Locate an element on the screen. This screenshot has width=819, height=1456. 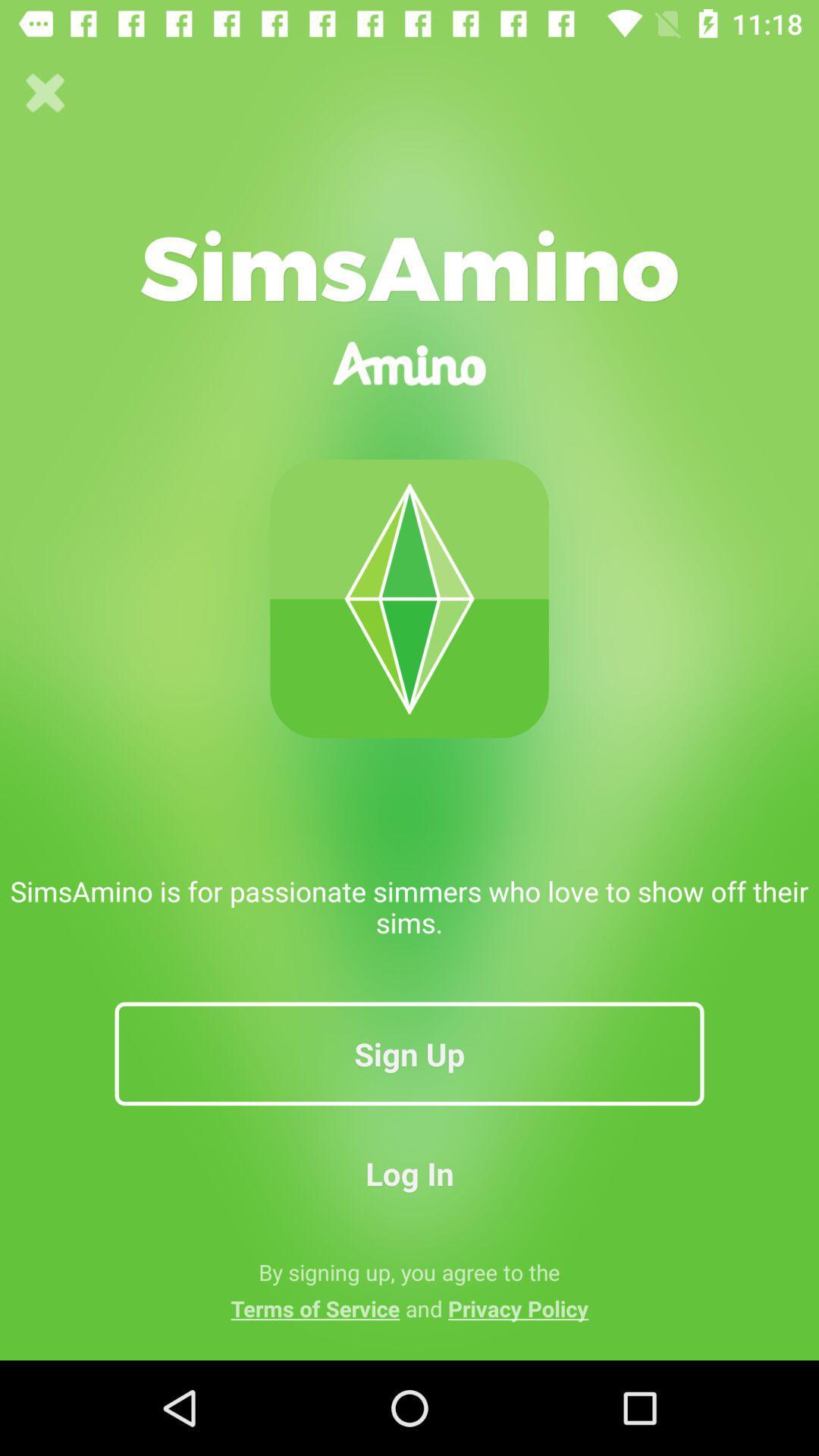
sign up is located at coordinates (409, 1053).